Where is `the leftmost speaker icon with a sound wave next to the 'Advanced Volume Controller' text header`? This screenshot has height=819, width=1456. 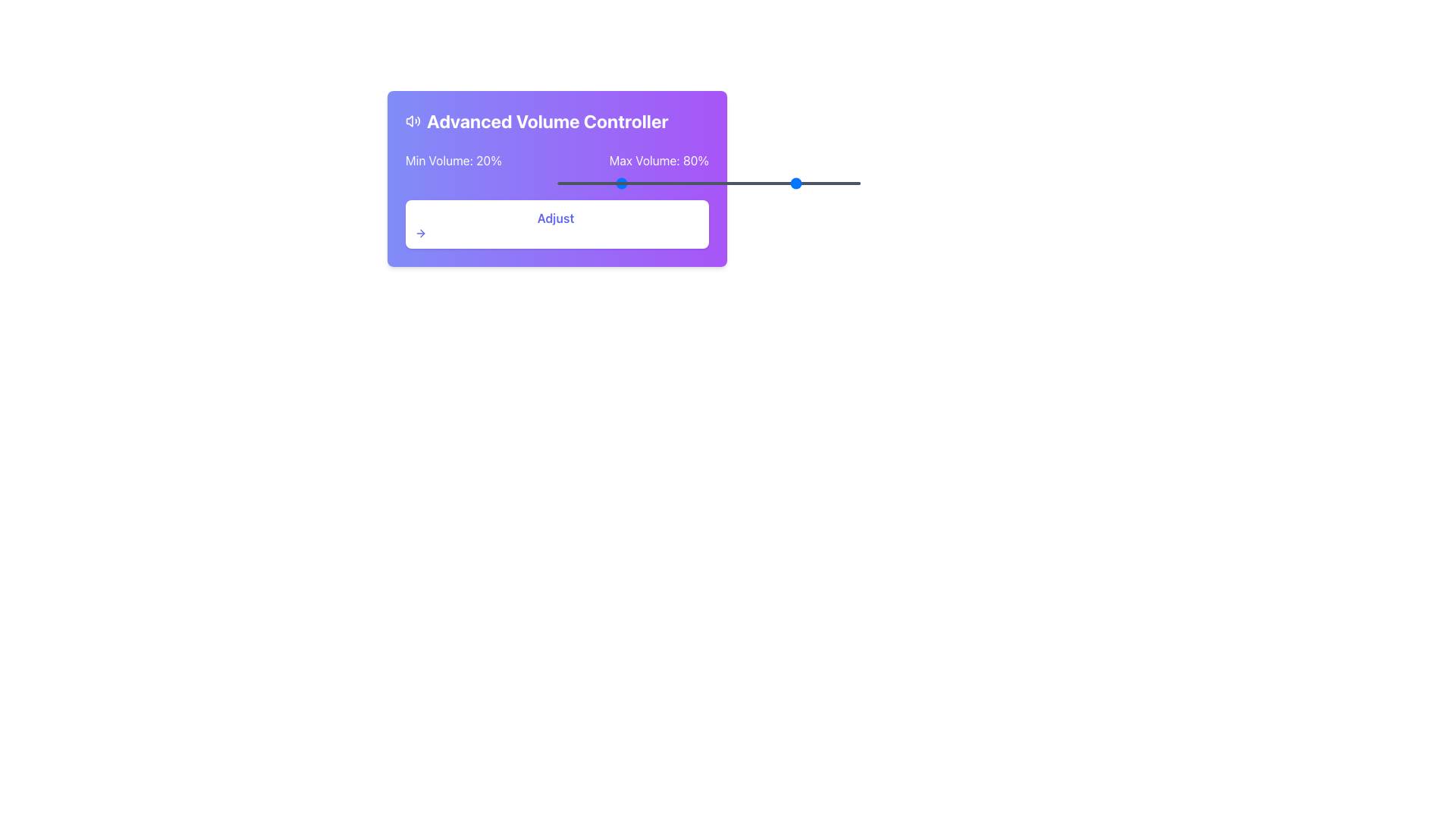
the leftmost speaker icon with a sound wave next to the 'Advanced Volume Controller' text header is located at coordinates (409, 120).